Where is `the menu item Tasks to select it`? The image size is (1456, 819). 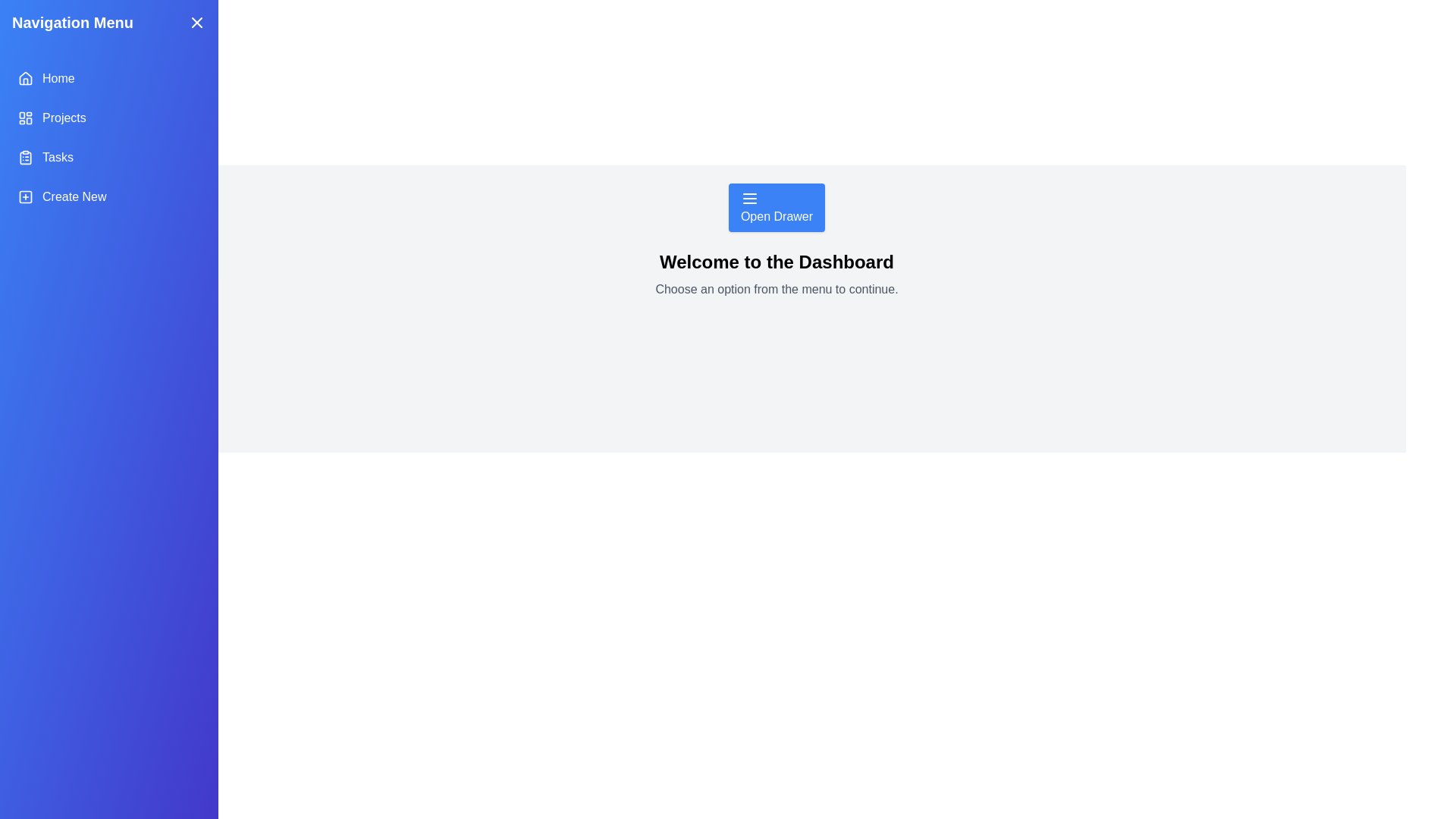 the menu item Tasks to select it is located at coordinates (108, 158).